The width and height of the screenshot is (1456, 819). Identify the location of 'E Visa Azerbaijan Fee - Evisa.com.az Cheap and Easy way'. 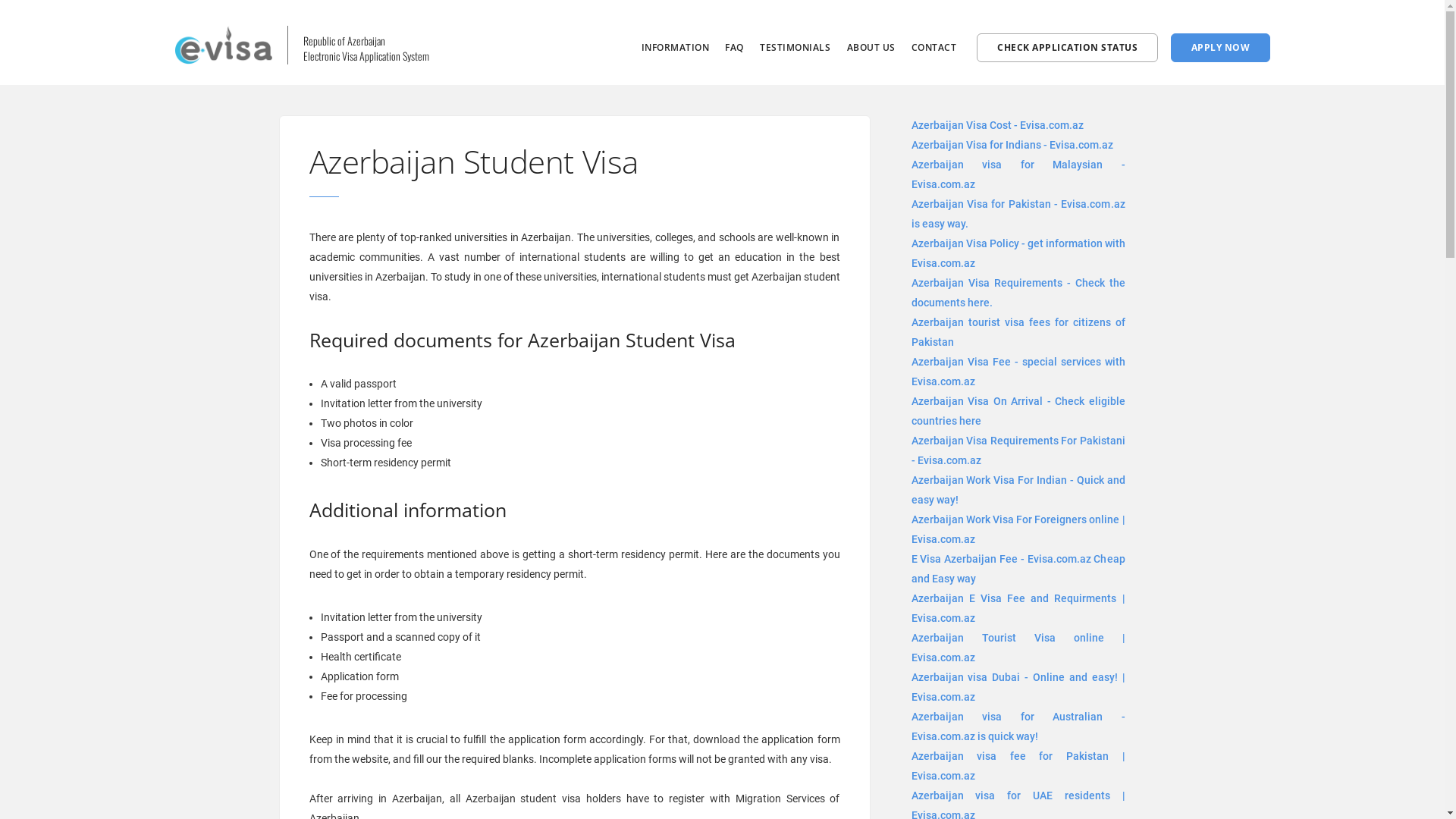
(1018, 568).